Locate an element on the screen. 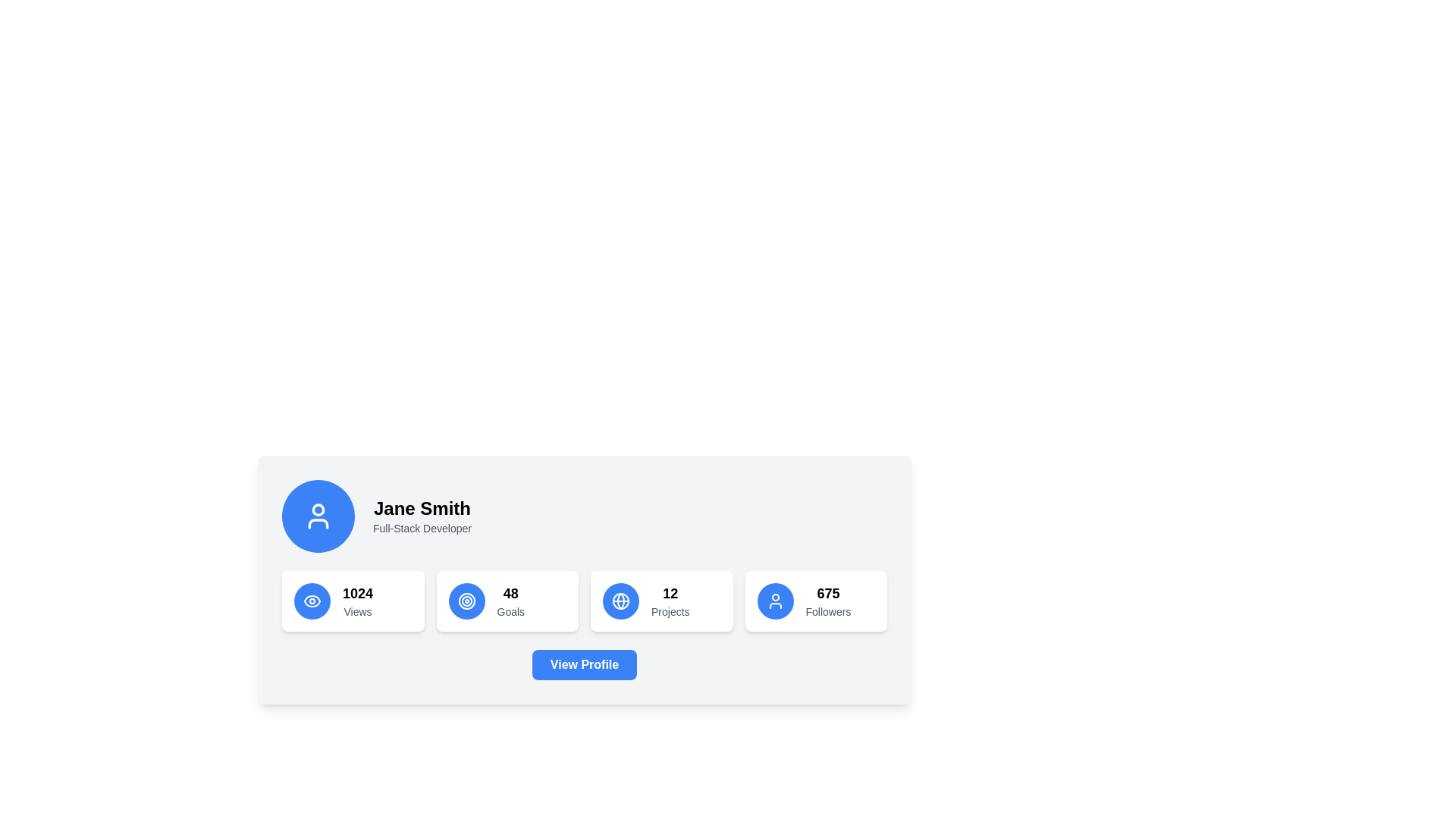  the Statistical Display showing the number of 'Goals' located in the profile section, positioned between the '1024 Views' card and the '12 Projects' card is located at coordinates (510, 601).